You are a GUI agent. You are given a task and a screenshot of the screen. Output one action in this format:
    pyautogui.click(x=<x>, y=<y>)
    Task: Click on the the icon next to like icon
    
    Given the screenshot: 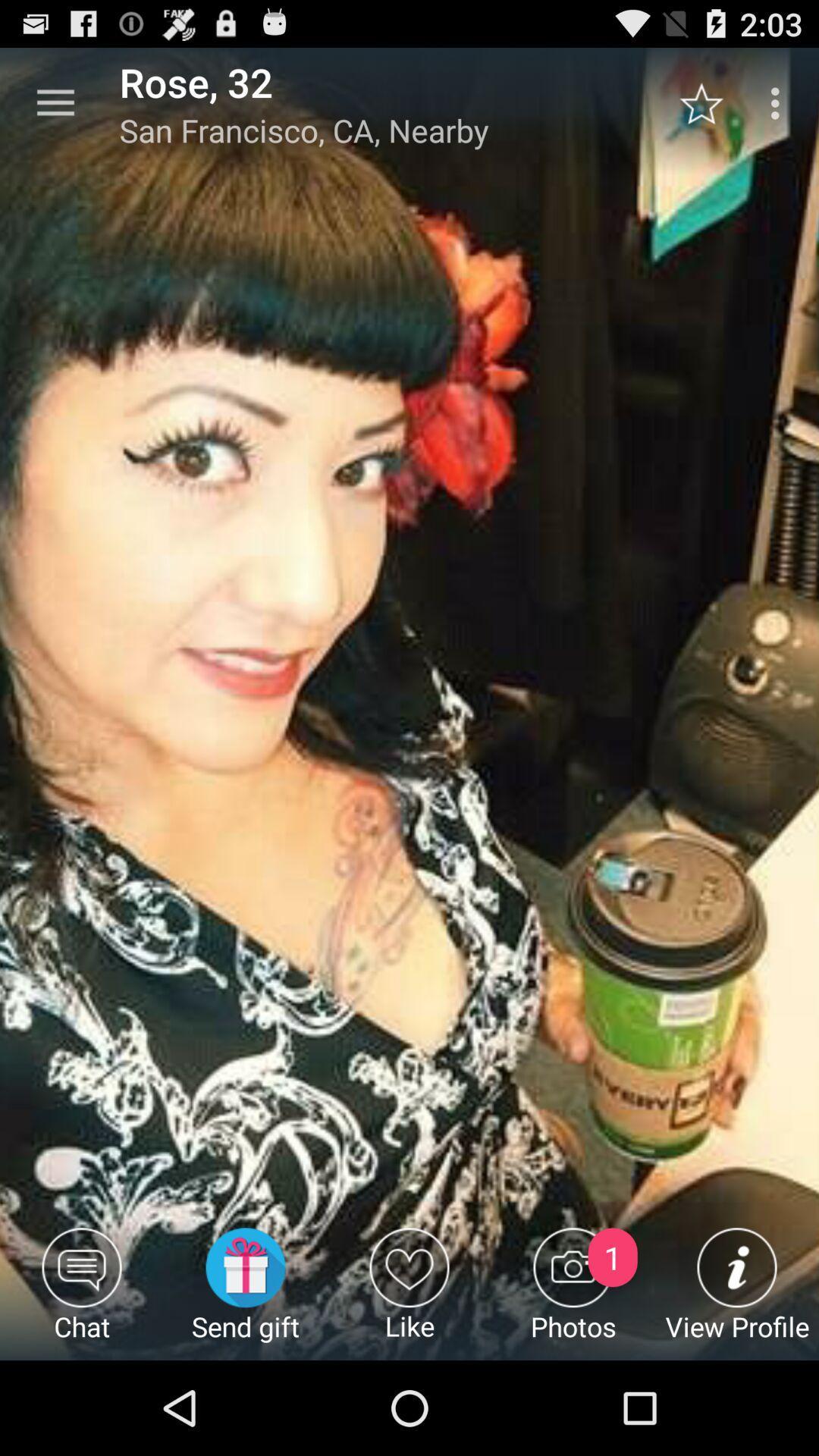 What is the action you would take?
    pyautogui.click(x=573, y=1293)
    